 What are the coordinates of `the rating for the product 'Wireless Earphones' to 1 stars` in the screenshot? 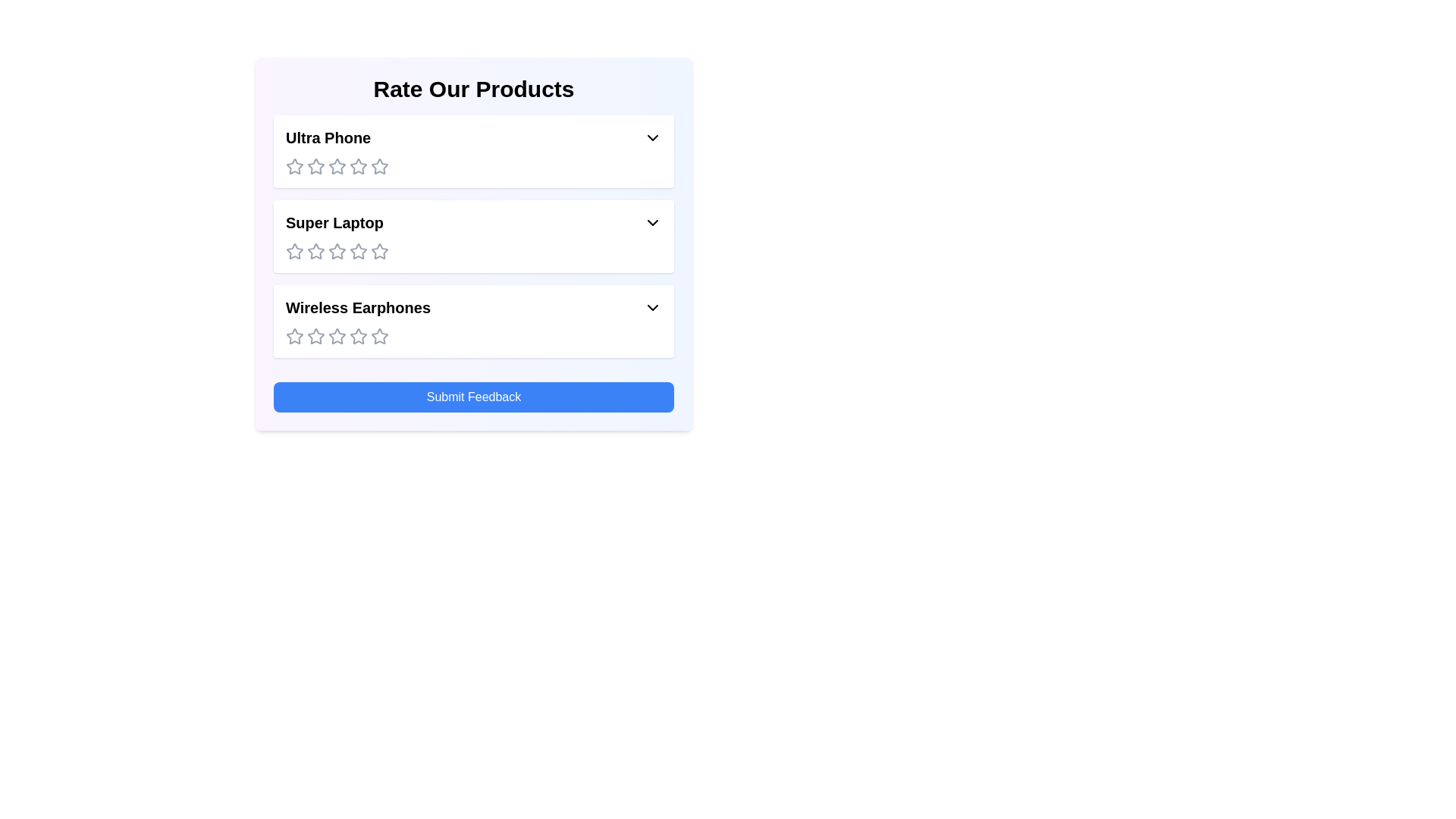 It's located at (294, 335).